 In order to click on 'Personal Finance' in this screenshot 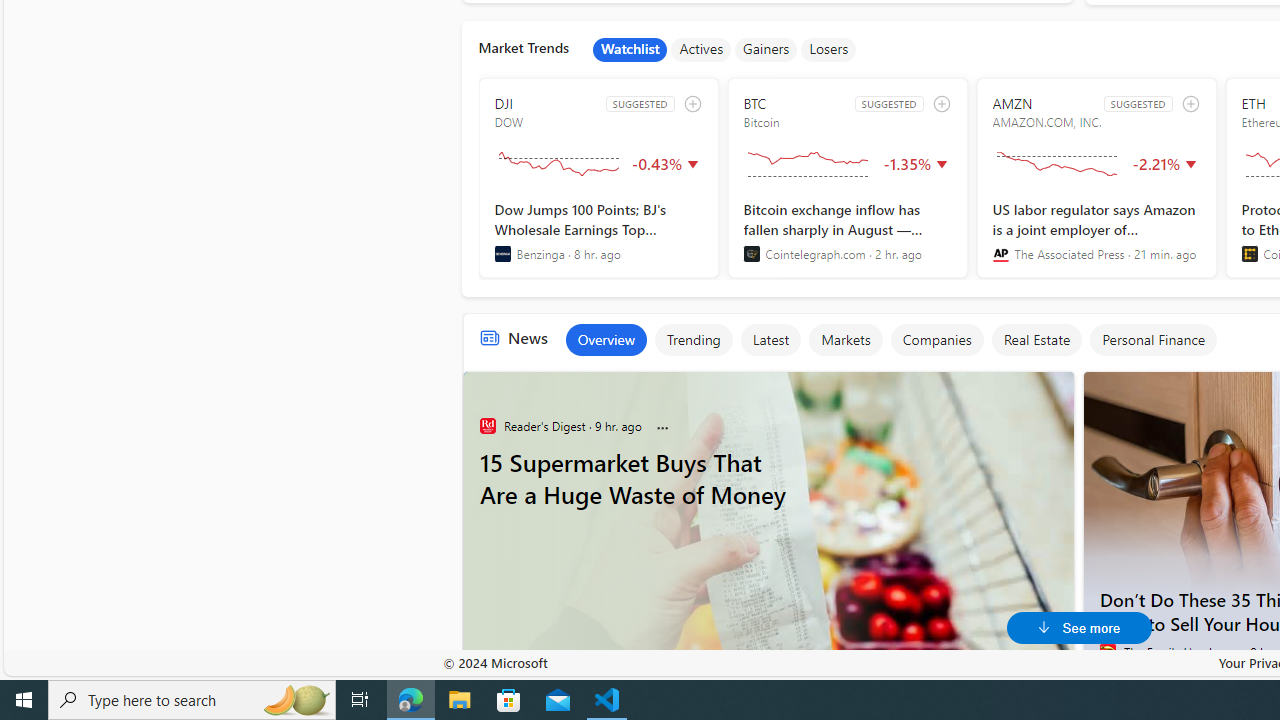, I will do `click(1153, 338)`.